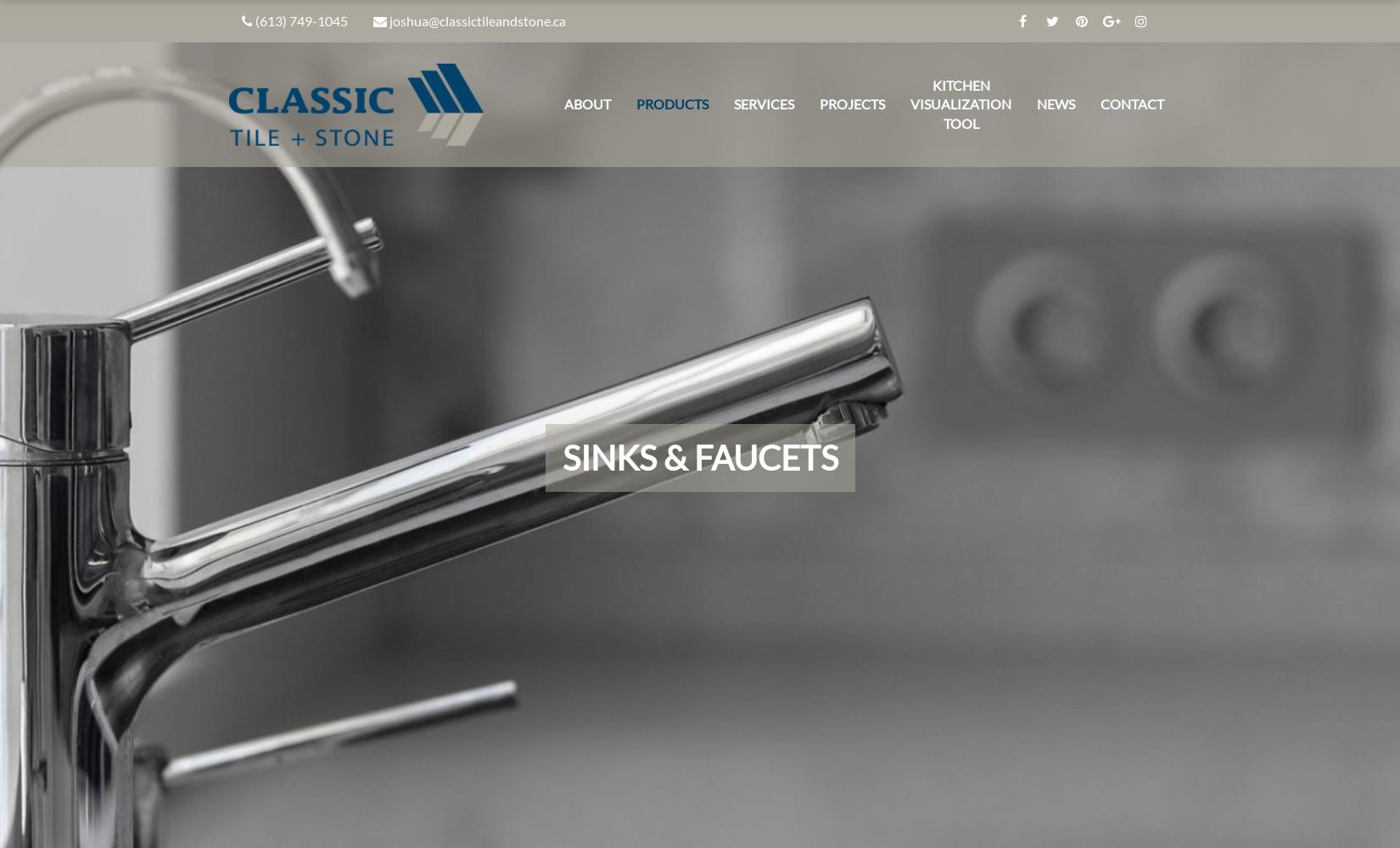 The width and height of the screenshot is (1400, 848). What do you see at coordinates (301, 20) in the screenshot?
I see `'(613) 749-1045'` at bounding box center [301, 20].